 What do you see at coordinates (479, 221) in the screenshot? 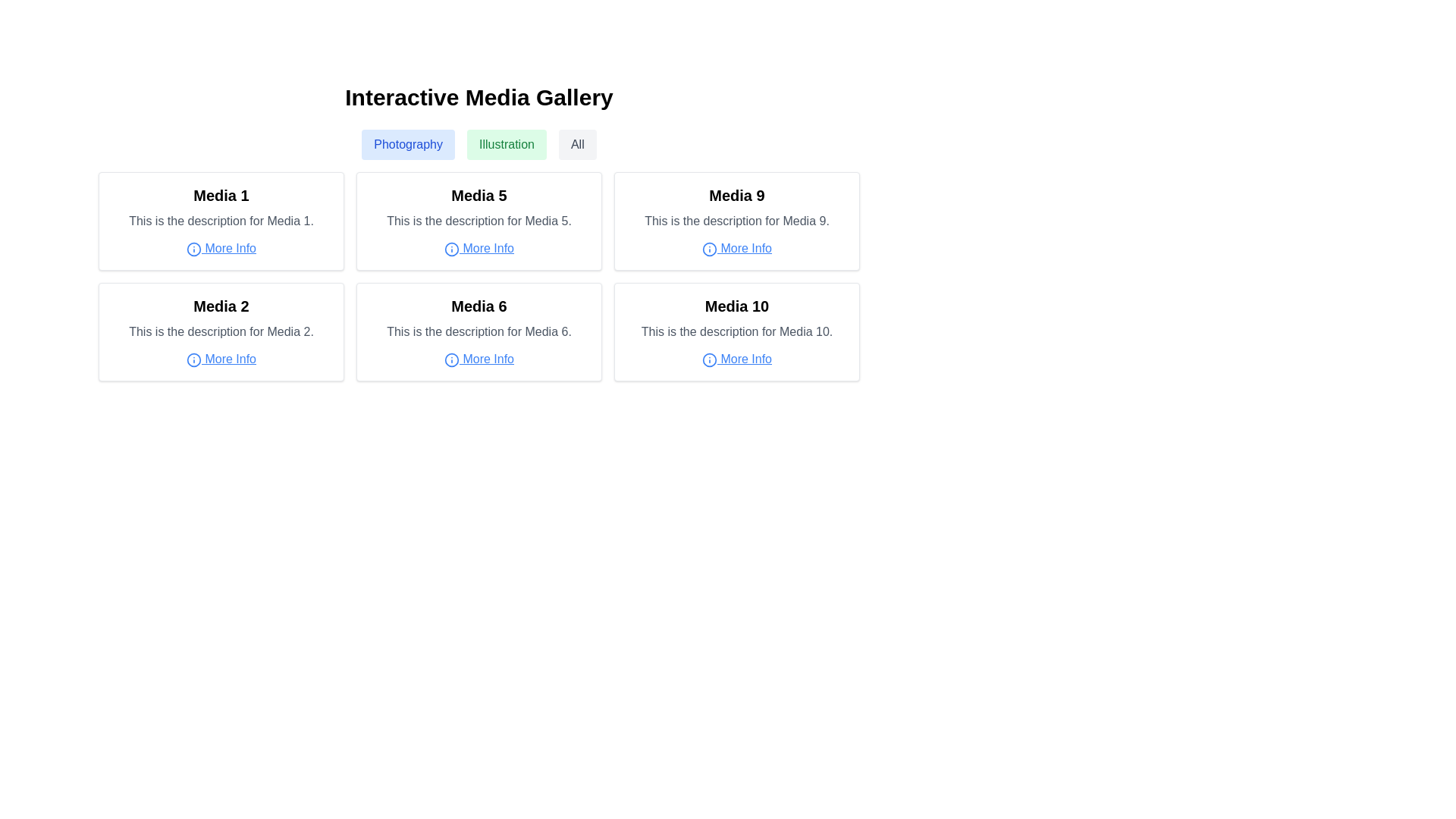
I see `text snippet 'This is the description for Media 5.' located below the title 'Media 5' within the content card in the media gallery layout` at bounding box center [479, 221].